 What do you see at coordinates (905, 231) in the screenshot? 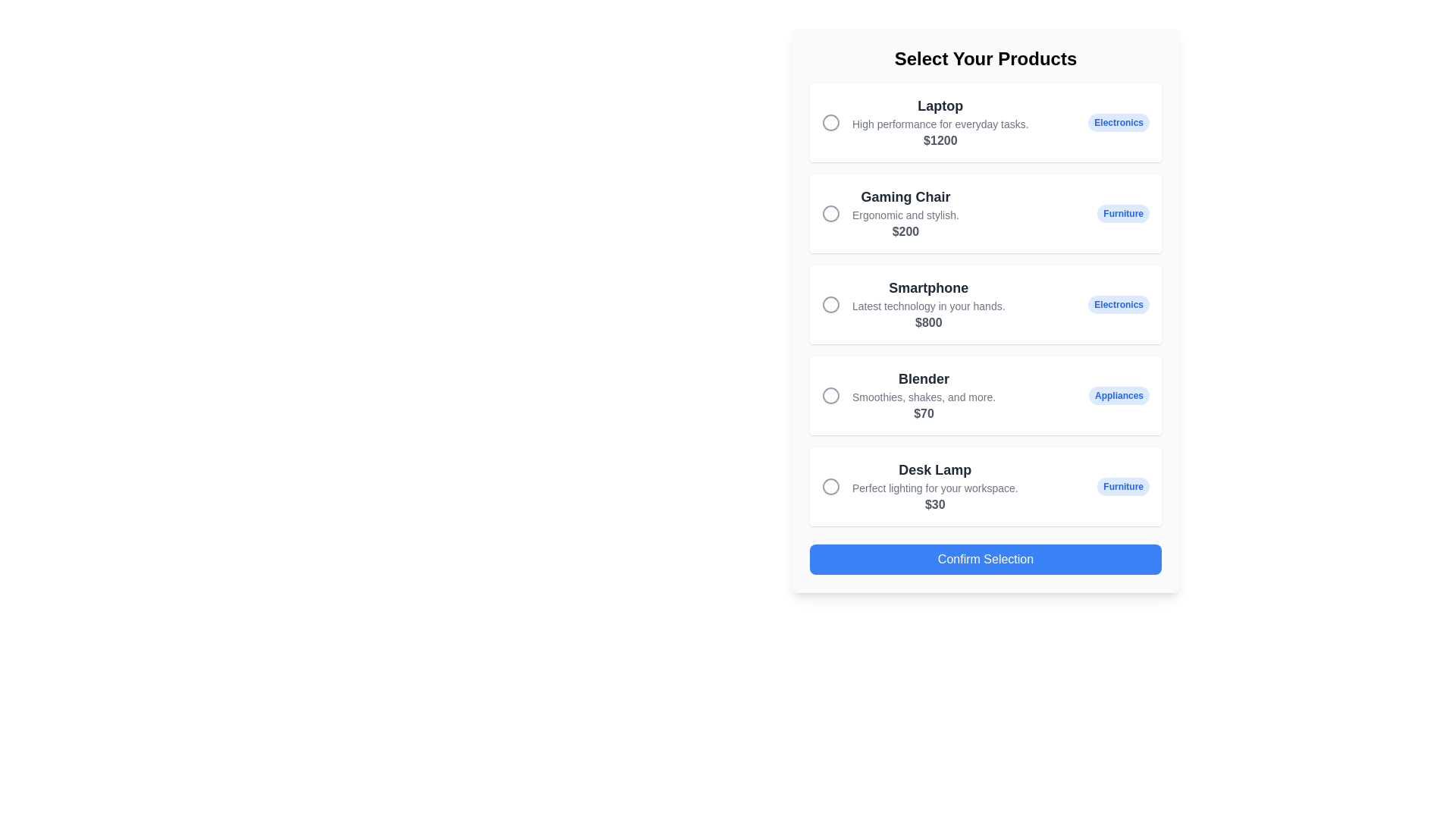
I see `price text label located below the description 'Ergonomic and stylish' in the product card for 'Gaming Chair'` at bounding box center [905, 231].